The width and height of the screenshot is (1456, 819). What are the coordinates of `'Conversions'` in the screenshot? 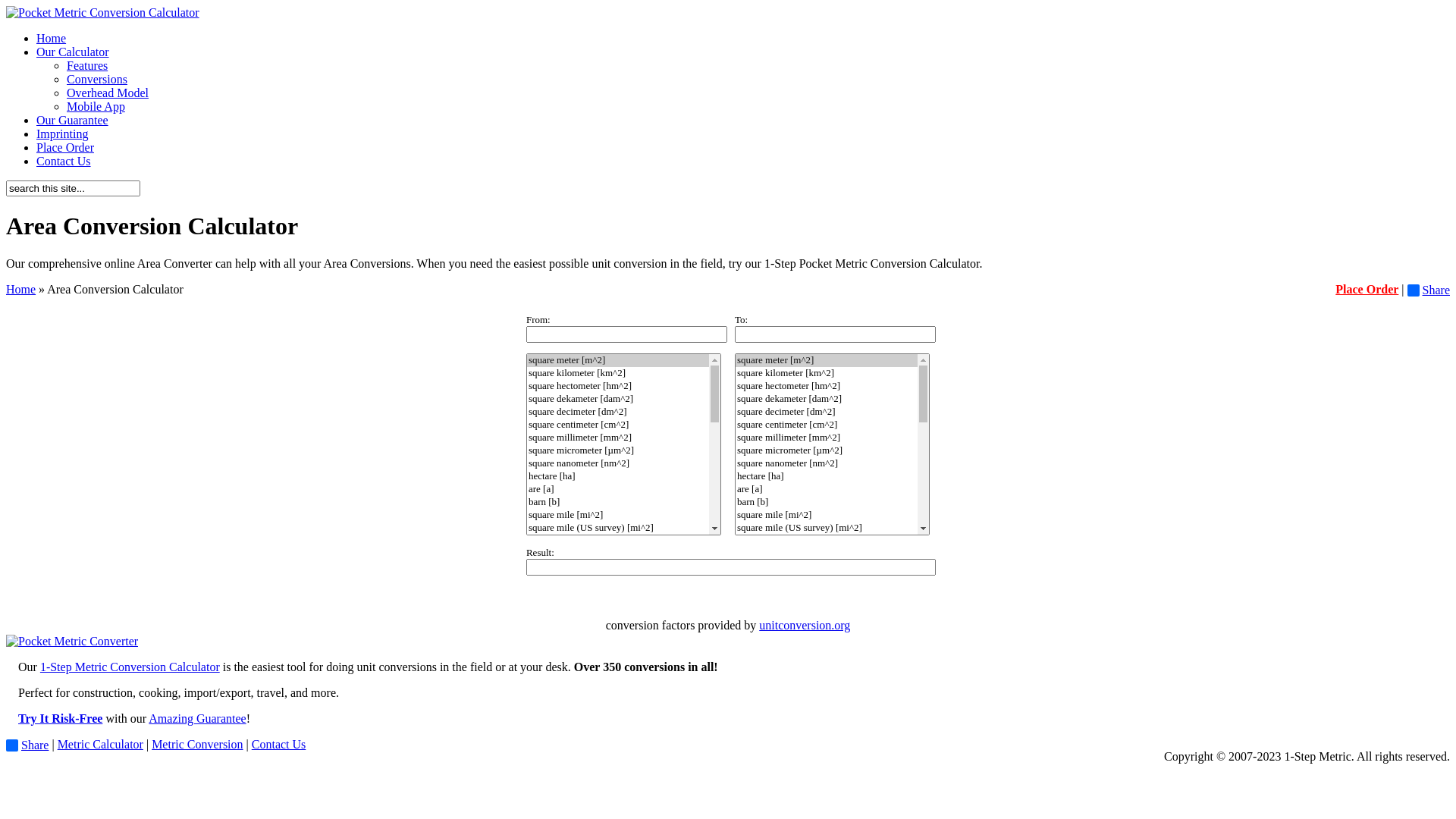 It's located at (96, 79).